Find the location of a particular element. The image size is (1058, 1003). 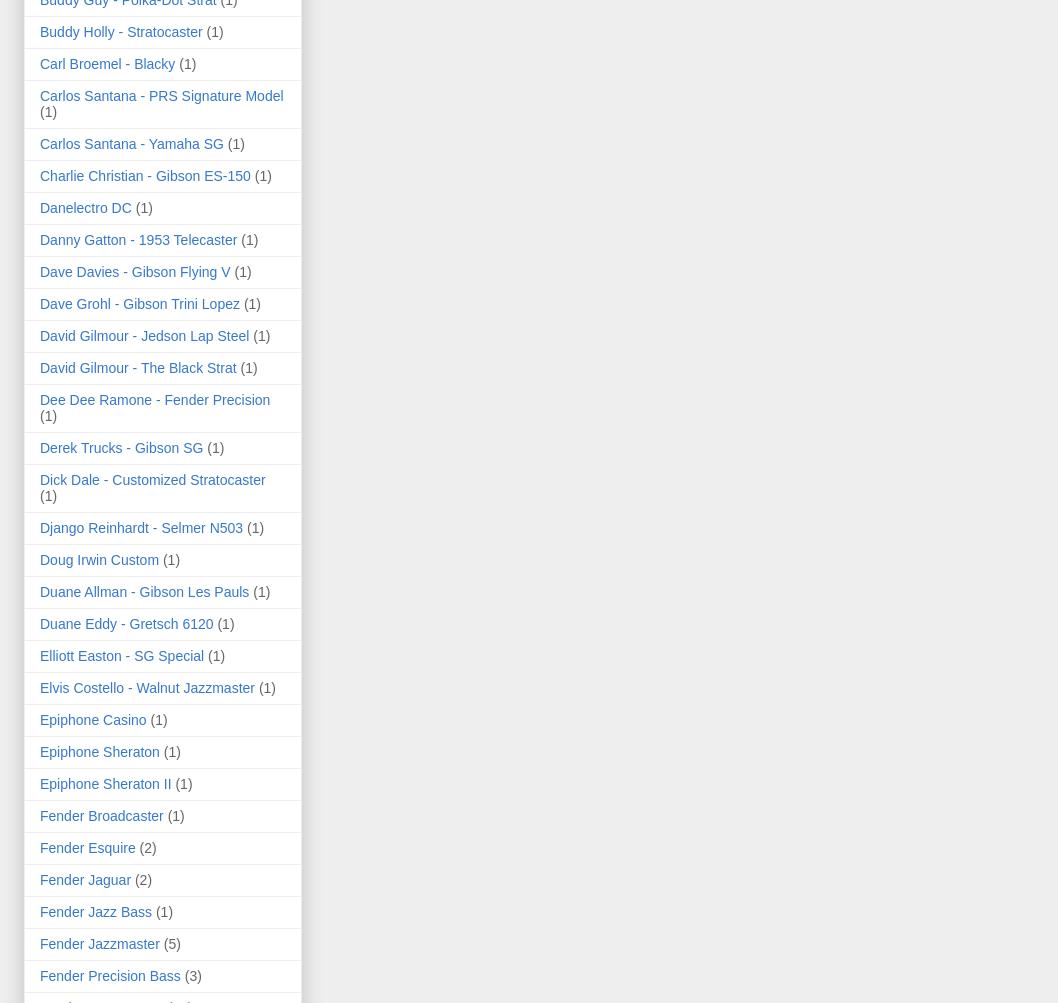

'Duane Eddy - Gretsch 6120' is located at coordinates (125, 622).